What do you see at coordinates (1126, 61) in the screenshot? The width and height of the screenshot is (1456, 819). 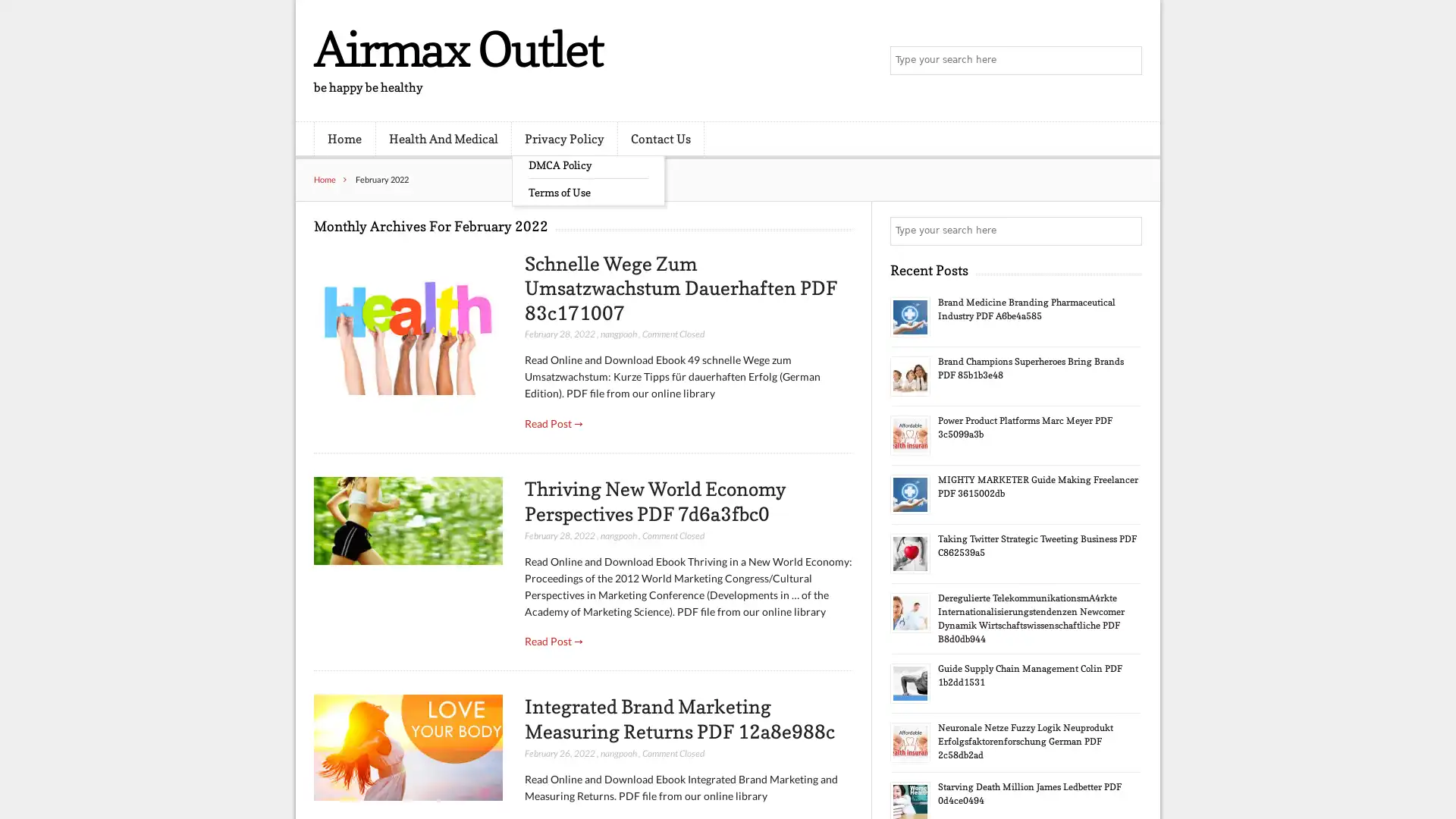 I see `Search` at bounding box center [1126, 61].